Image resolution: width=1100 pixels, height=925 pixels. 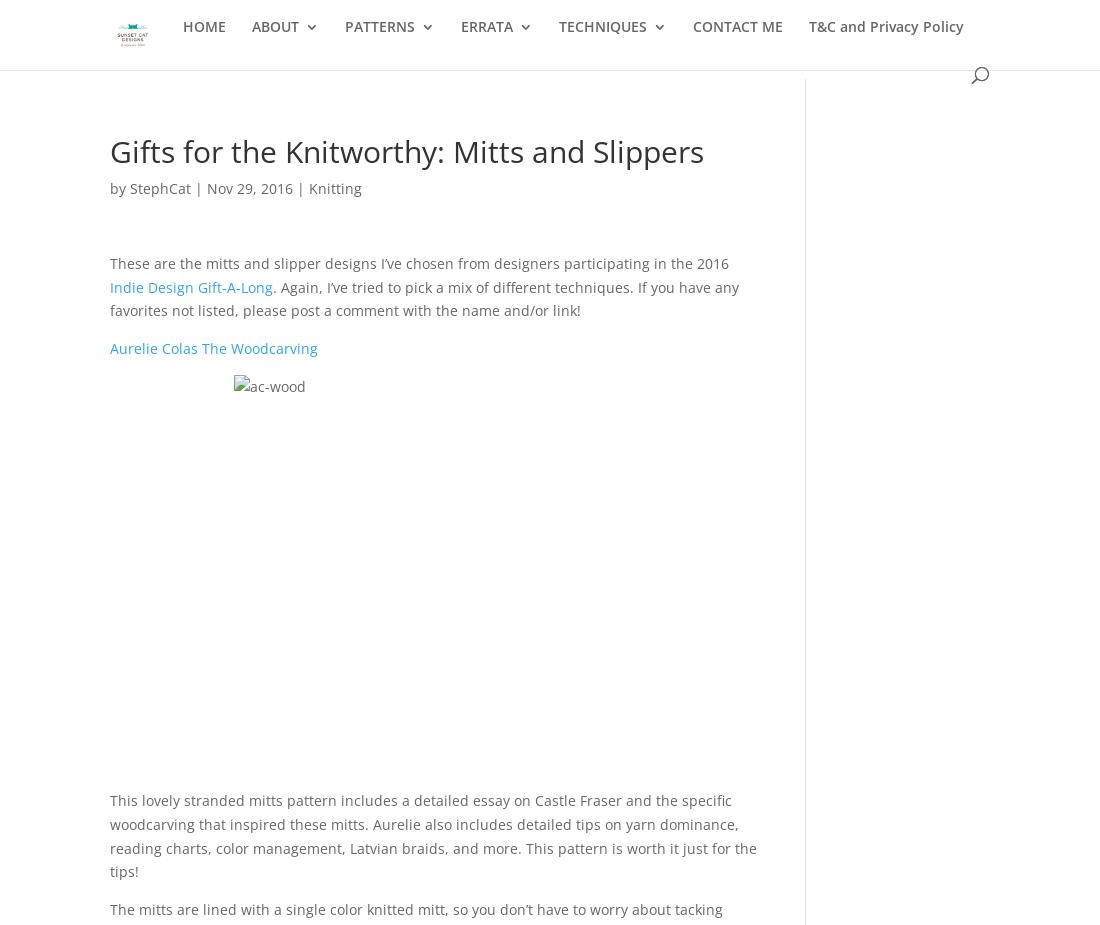 I want to click on 'What do you get with a Sunset Cat Designs pattern?', so click(x=463, y=149).